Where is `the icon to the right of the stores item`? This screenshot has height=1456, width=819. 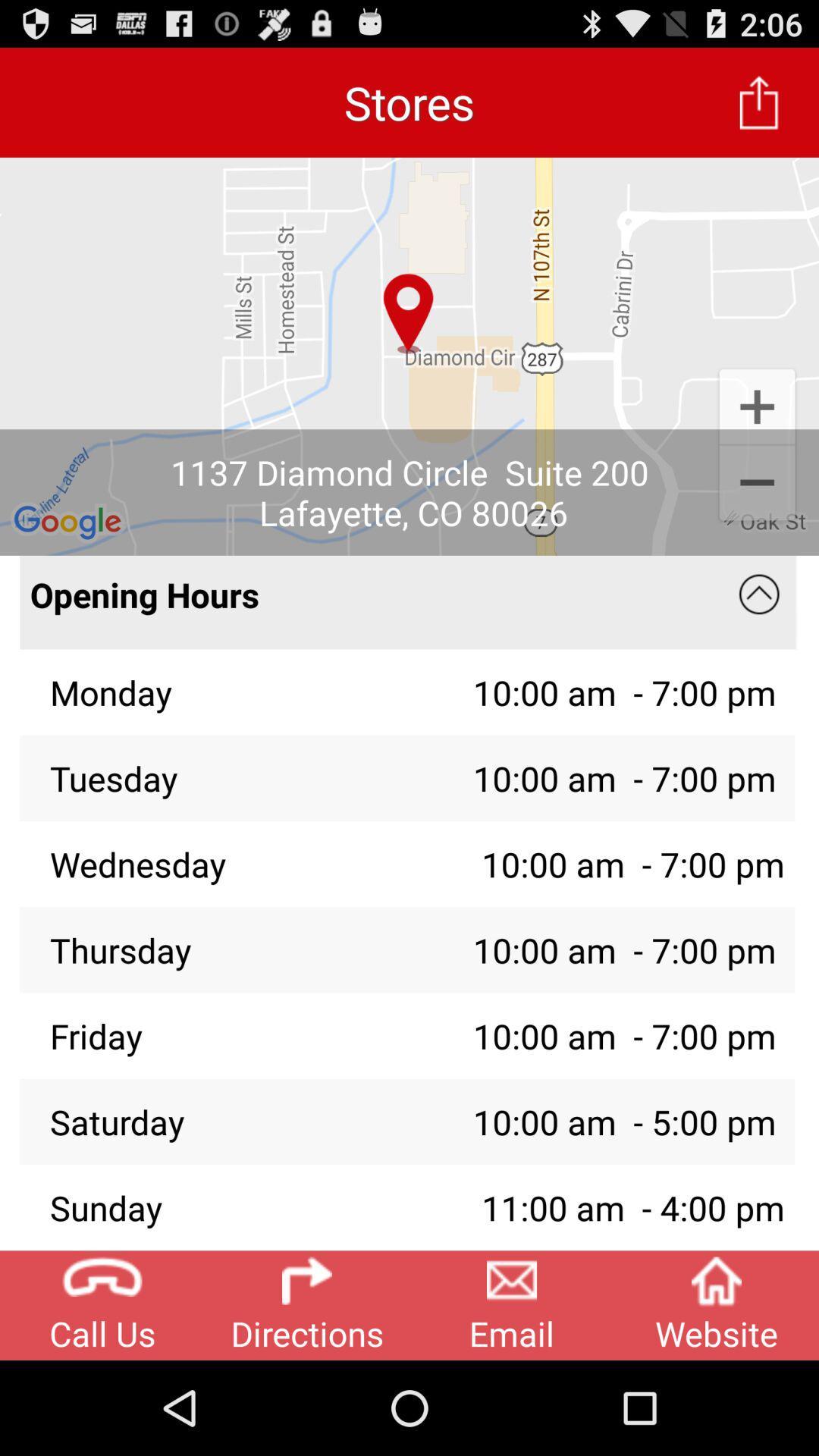
the icon to the right of the stores item is located at coordinates (759, 102).